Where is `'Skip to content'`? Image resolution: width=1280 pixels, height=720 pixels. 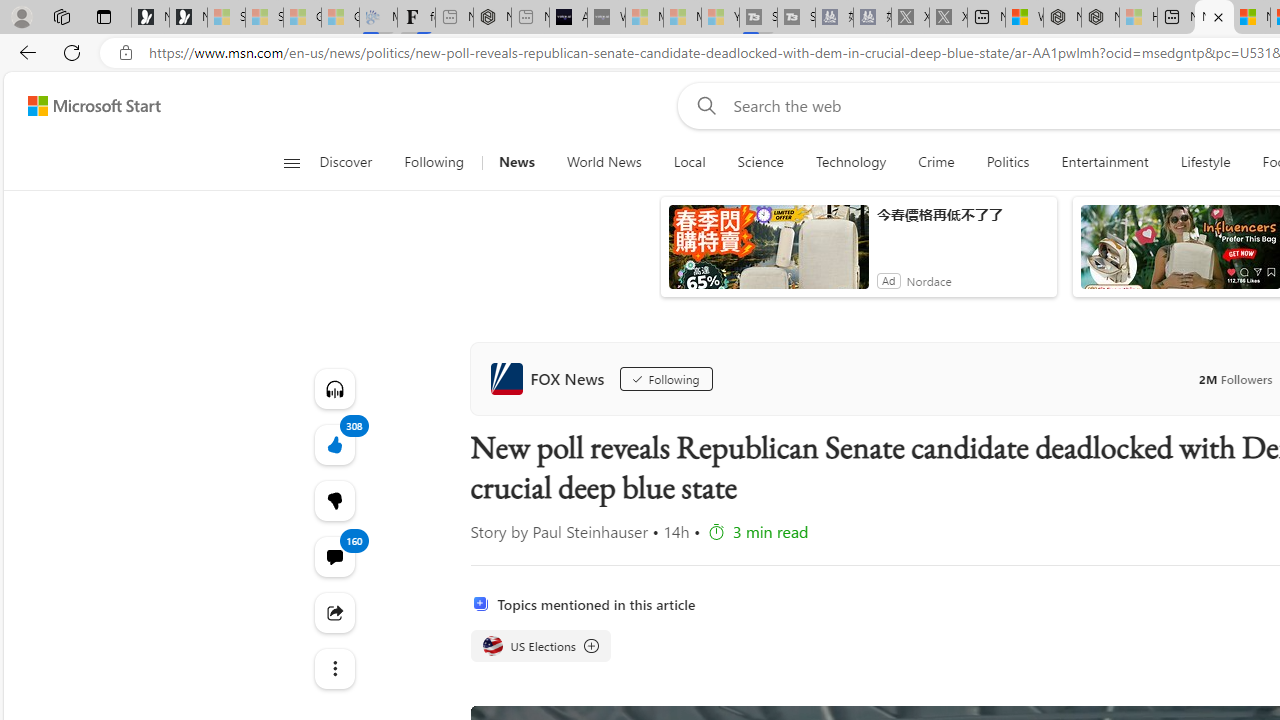
'Skip to content' is located at coordinates (86, 105).